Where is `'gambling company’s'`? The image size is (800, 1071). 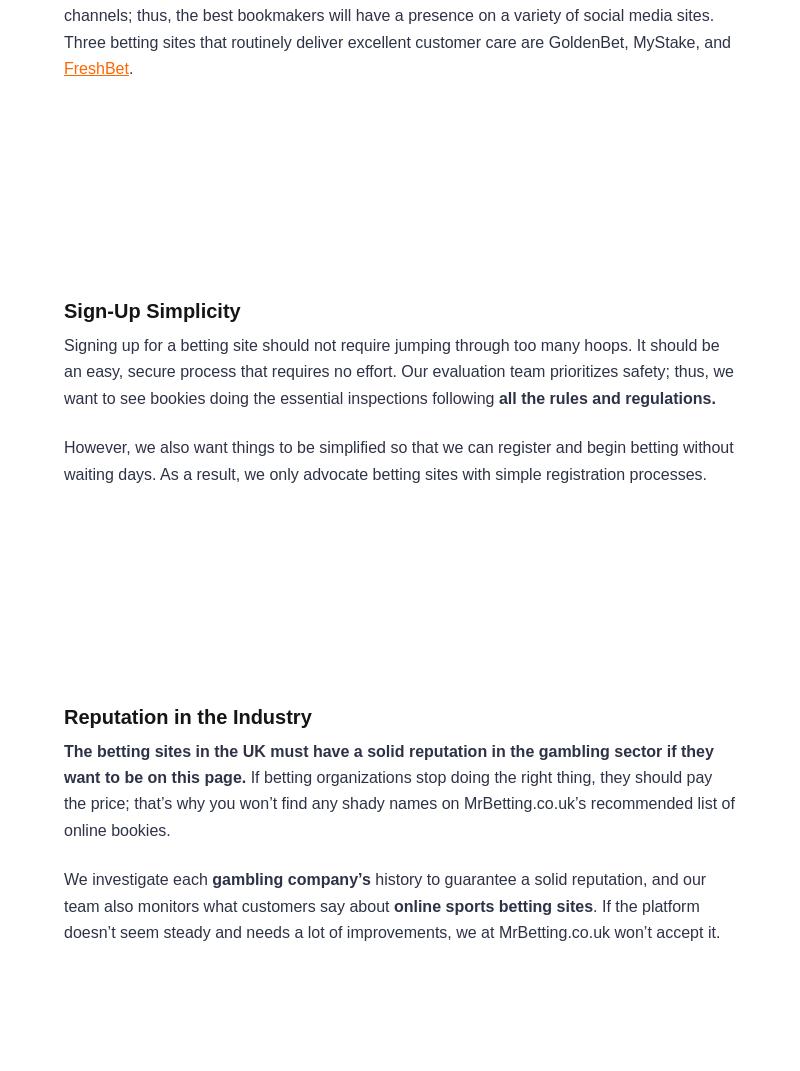
'gambling company’s' is located at coordinates (291, 879).